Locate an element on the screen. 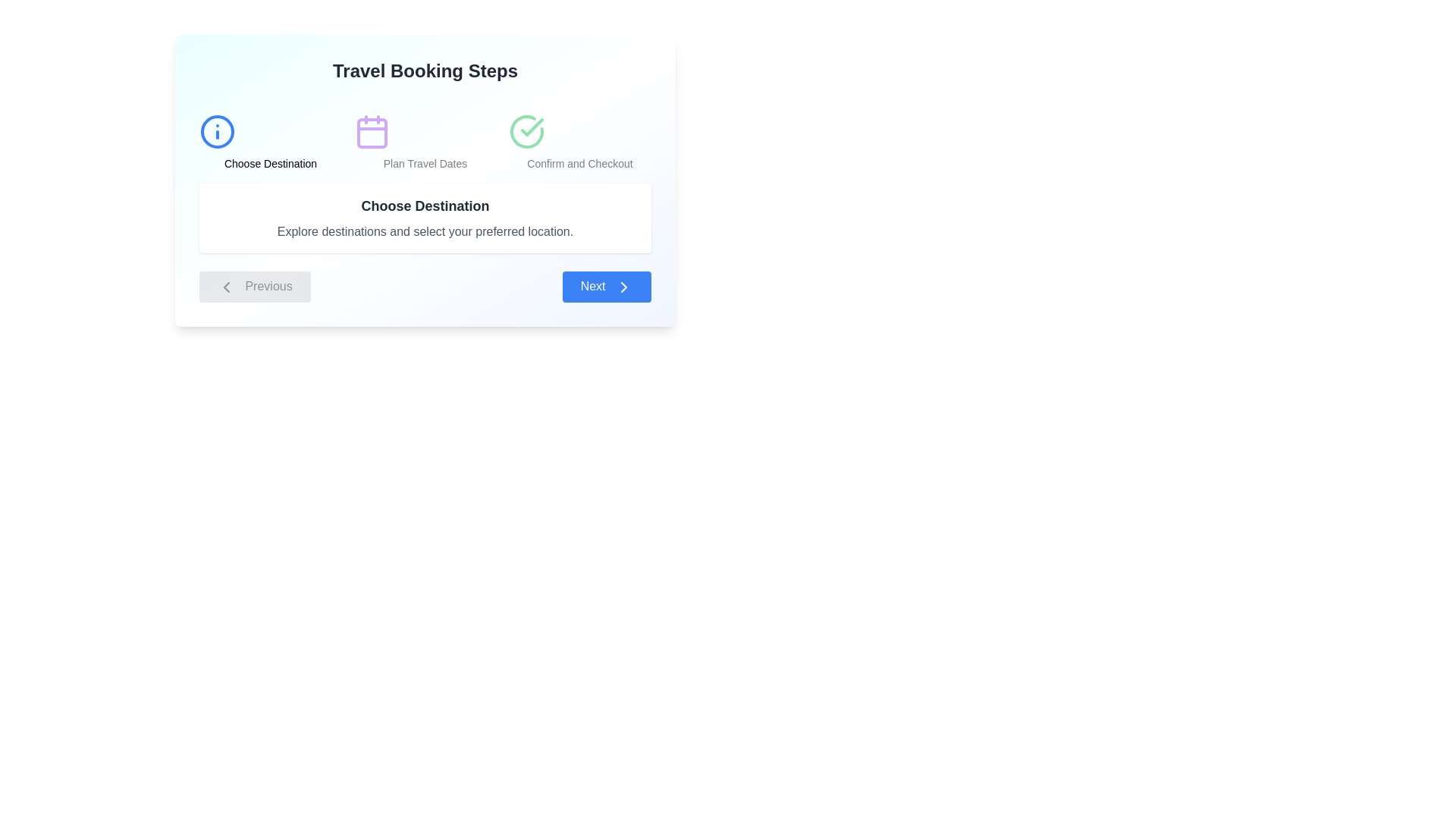 This screenshot has height=819, width=1456. the completion icon for the 'Confirm and Checkout' step located at the top-center of the modal interface is located at coordinates (527, 130).